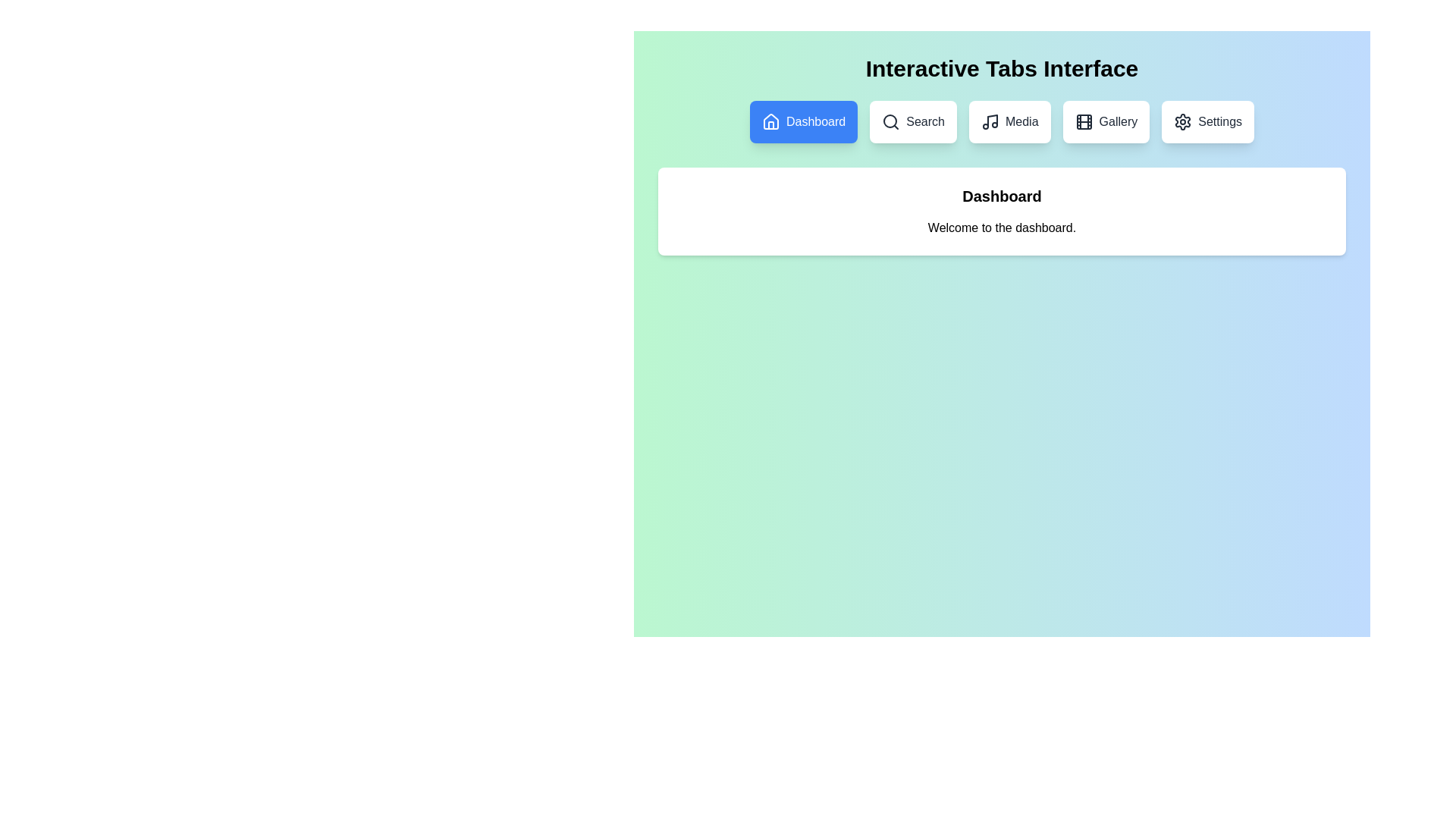 This screenshot has width=1456, height=819. I want to click on the search button located between the 'Dashboard' and 'Media' buttons in the Interactive Tabs Interface, so click(912, 121).